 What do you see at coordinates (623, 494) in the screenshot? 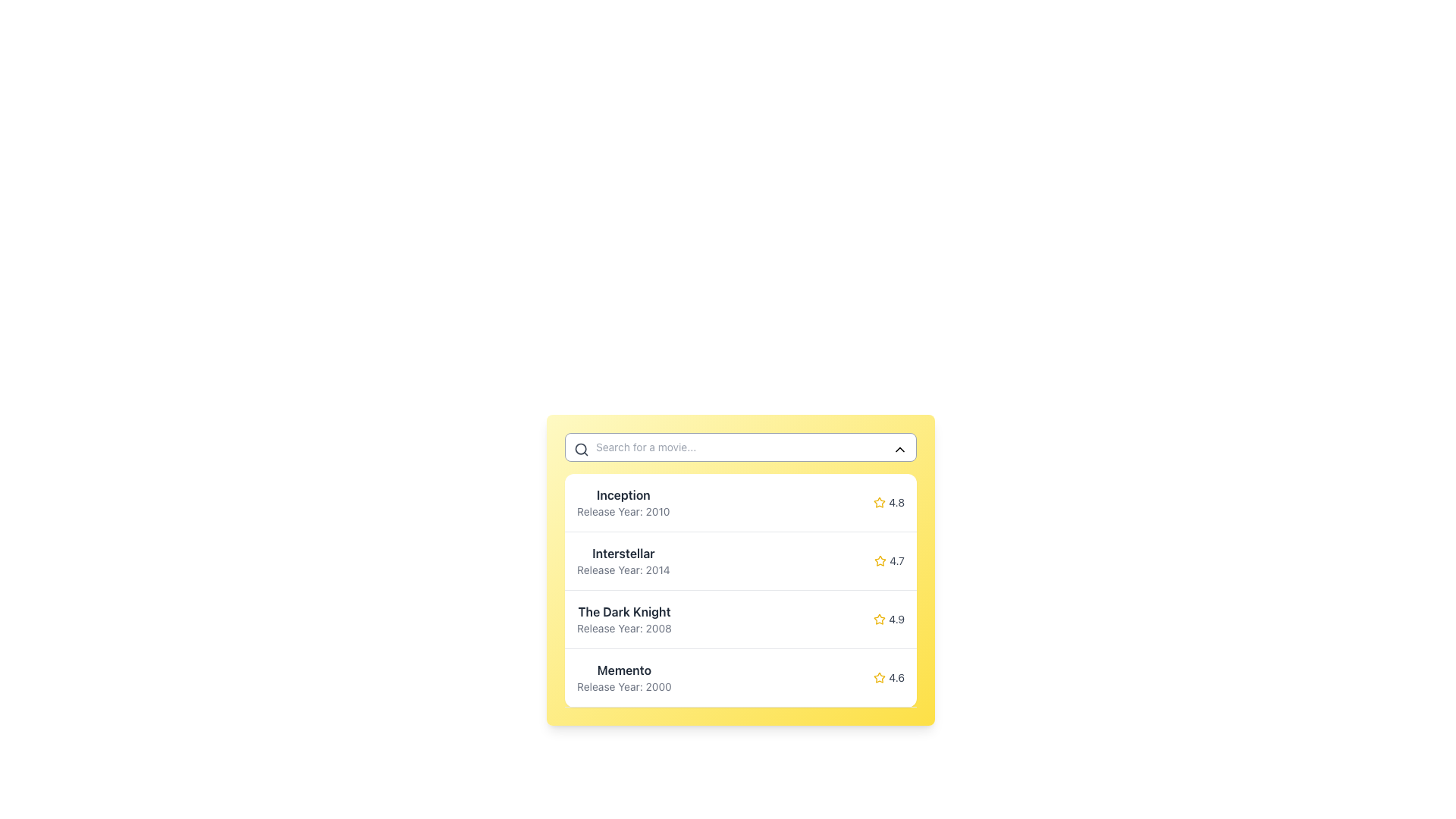
I see `the bolded text label 'Inception' located at the top of the first card in the movie list` at bounding box center [623, 494].